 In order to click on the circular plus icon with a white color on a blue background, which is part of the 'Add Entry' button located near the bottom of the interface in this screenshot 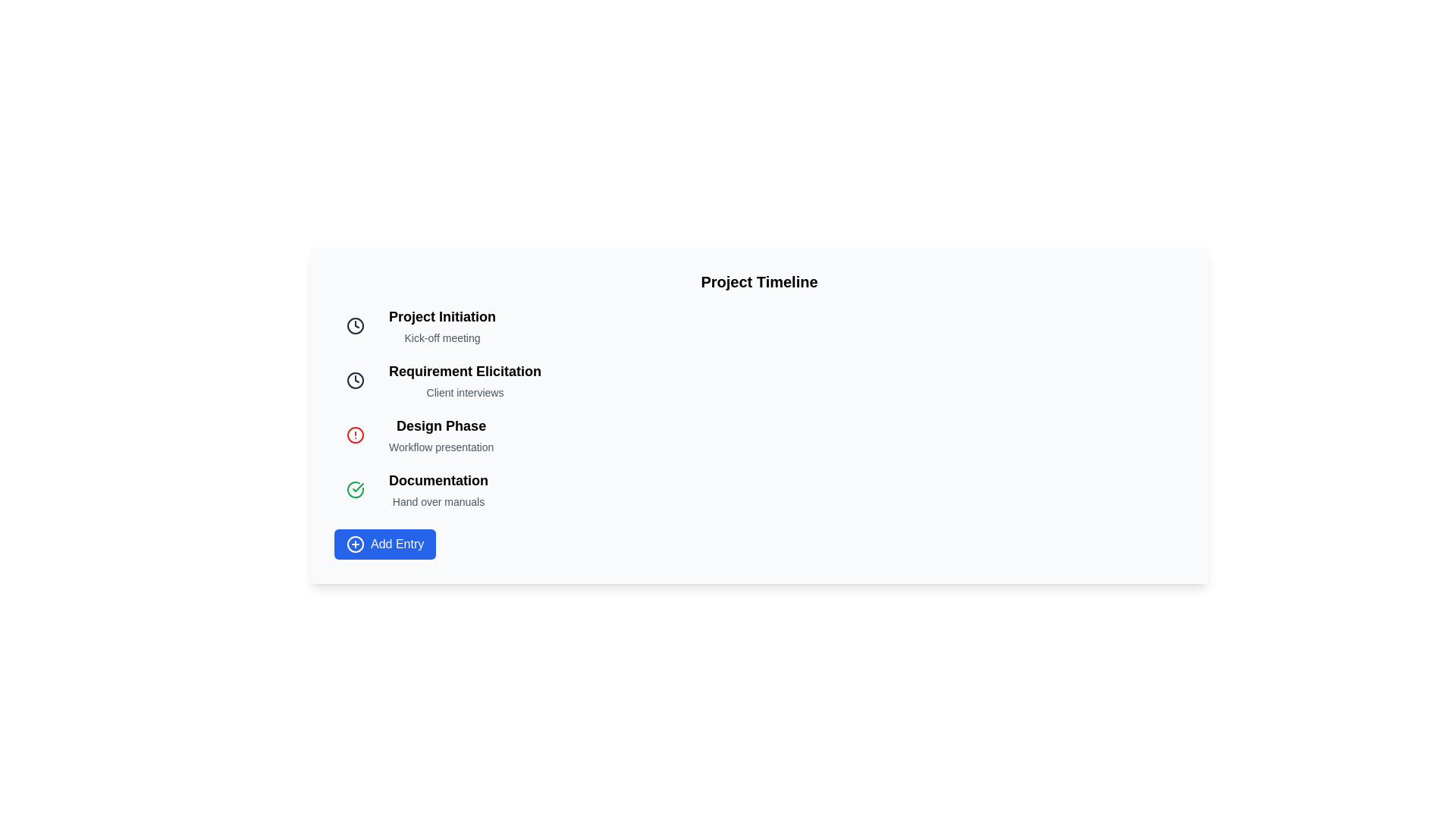, I will do `click(355, 543)`.